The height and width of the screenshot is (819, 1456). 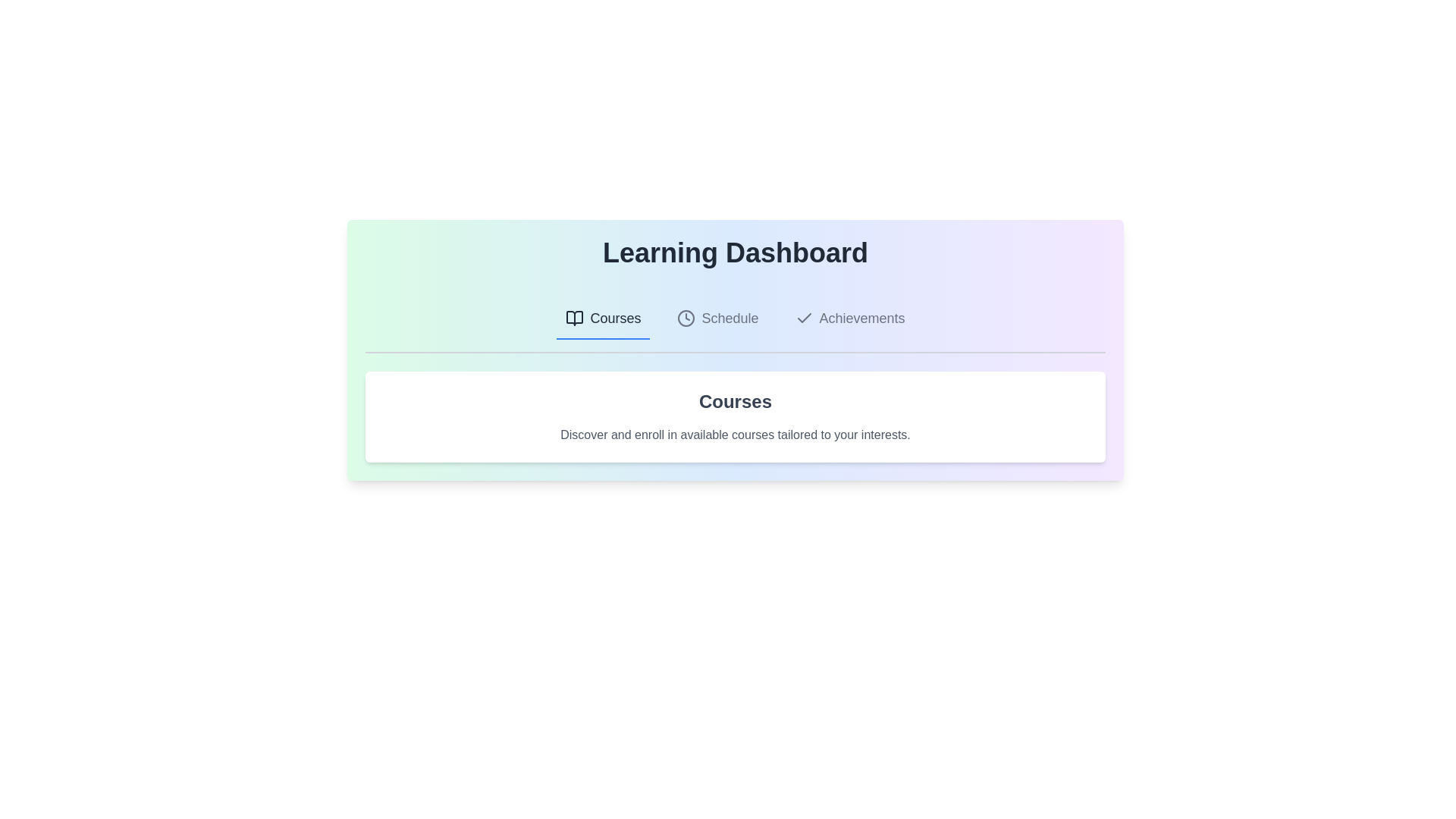 What do you see at coordinates (717, 318) in the screenshot?
I see `the Schedule tab by clicking on its label or icon` at bounding box center [717, 318].